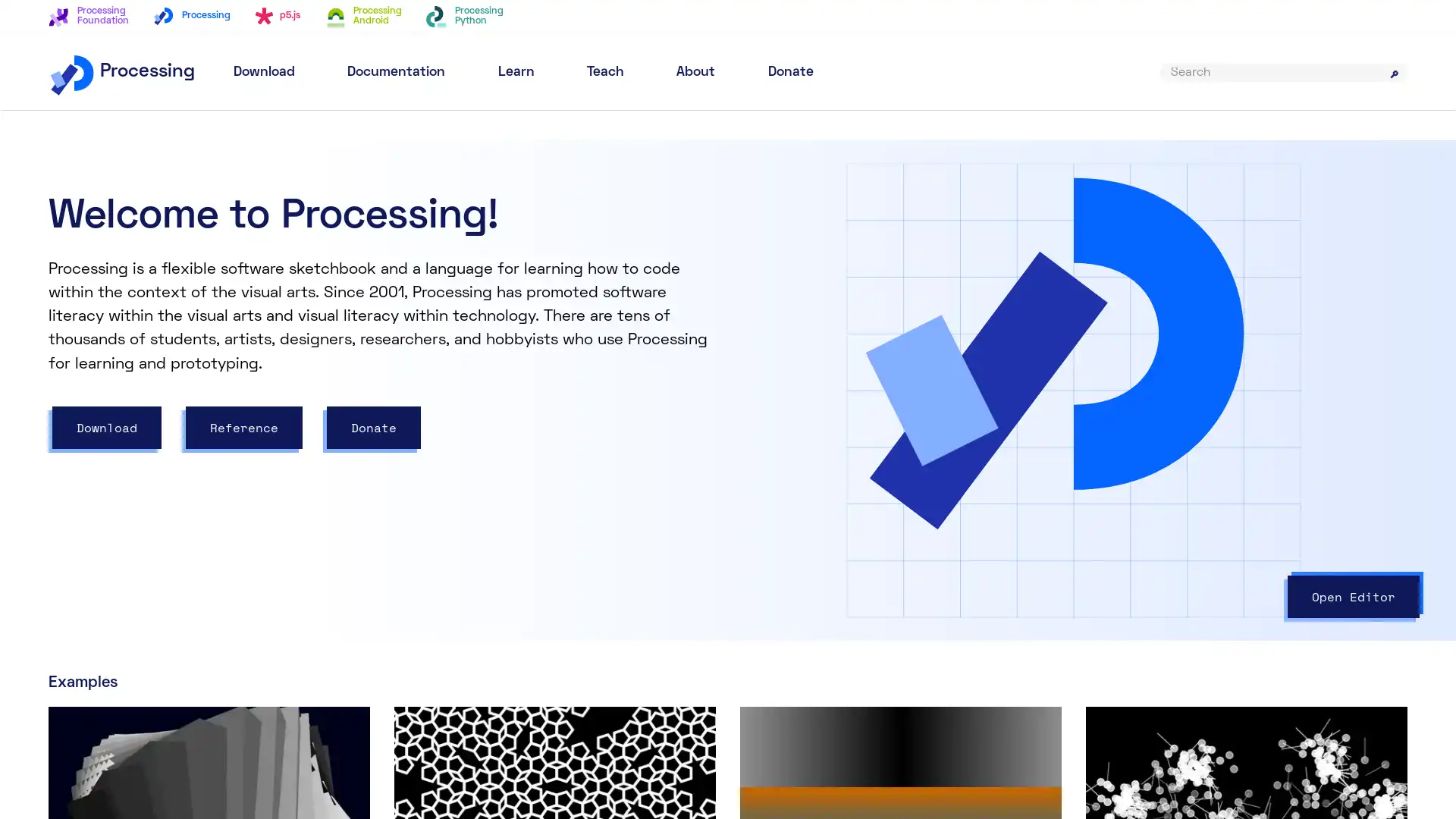 This screenshot has width=1456, height=819. What do you see at coordinates (902, 188) in the screenshot?
I see `true` at bounding box center [902, 188].